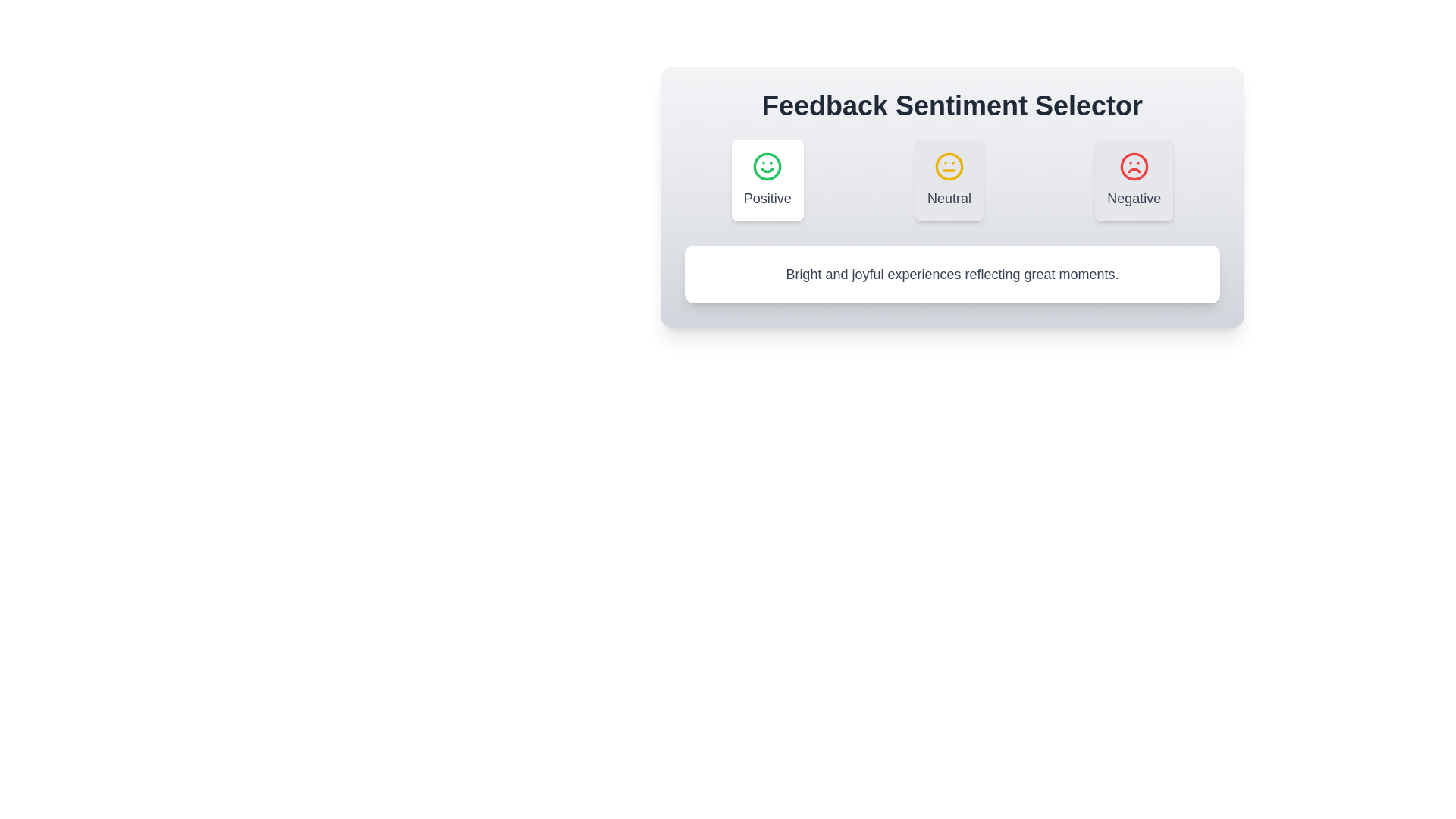  I want to click on the Negative tab to observe visual feedback, so click(1134, 180).